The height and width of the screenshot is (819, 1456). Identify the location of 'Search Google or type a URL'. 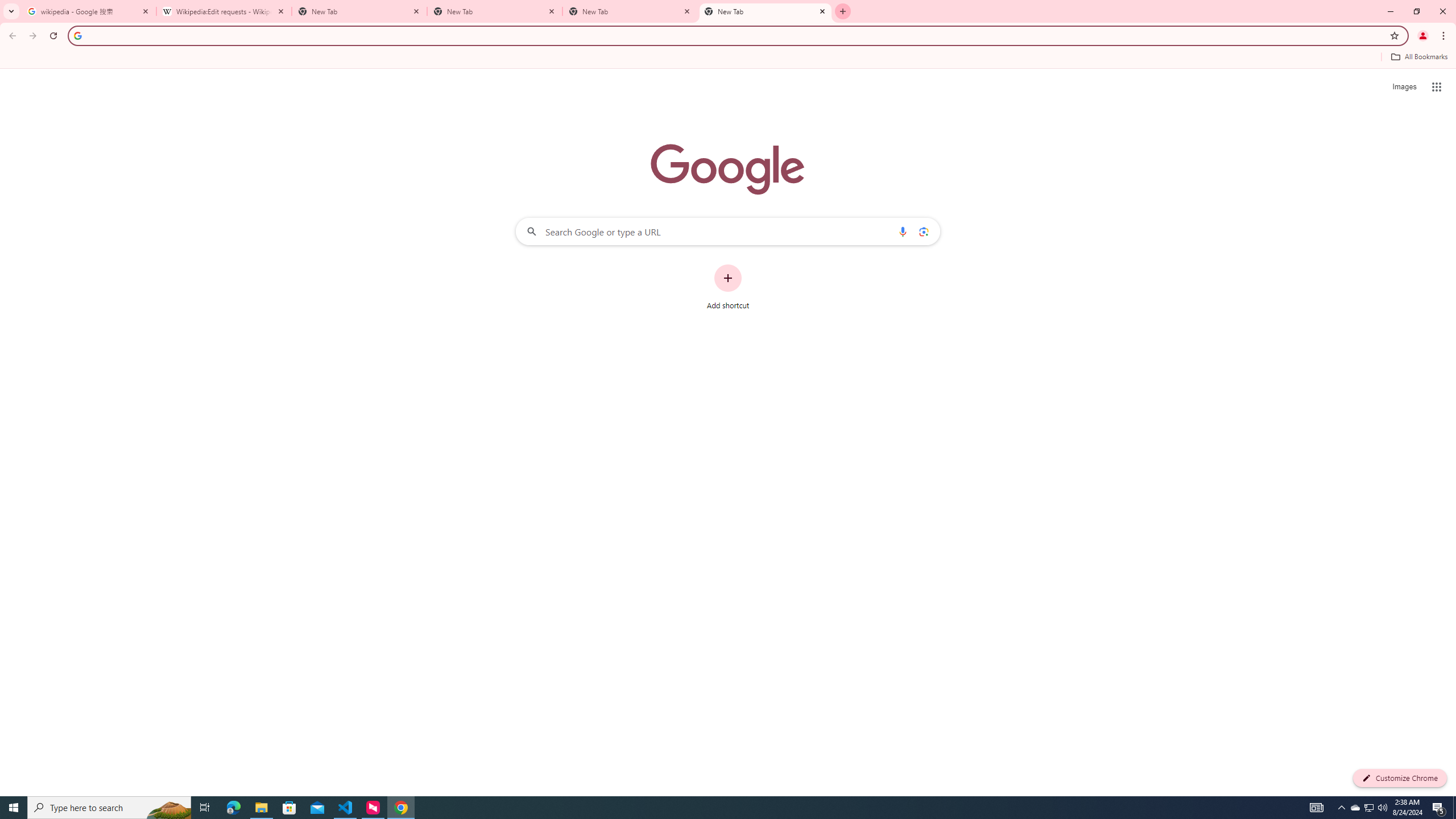
(728, 230).